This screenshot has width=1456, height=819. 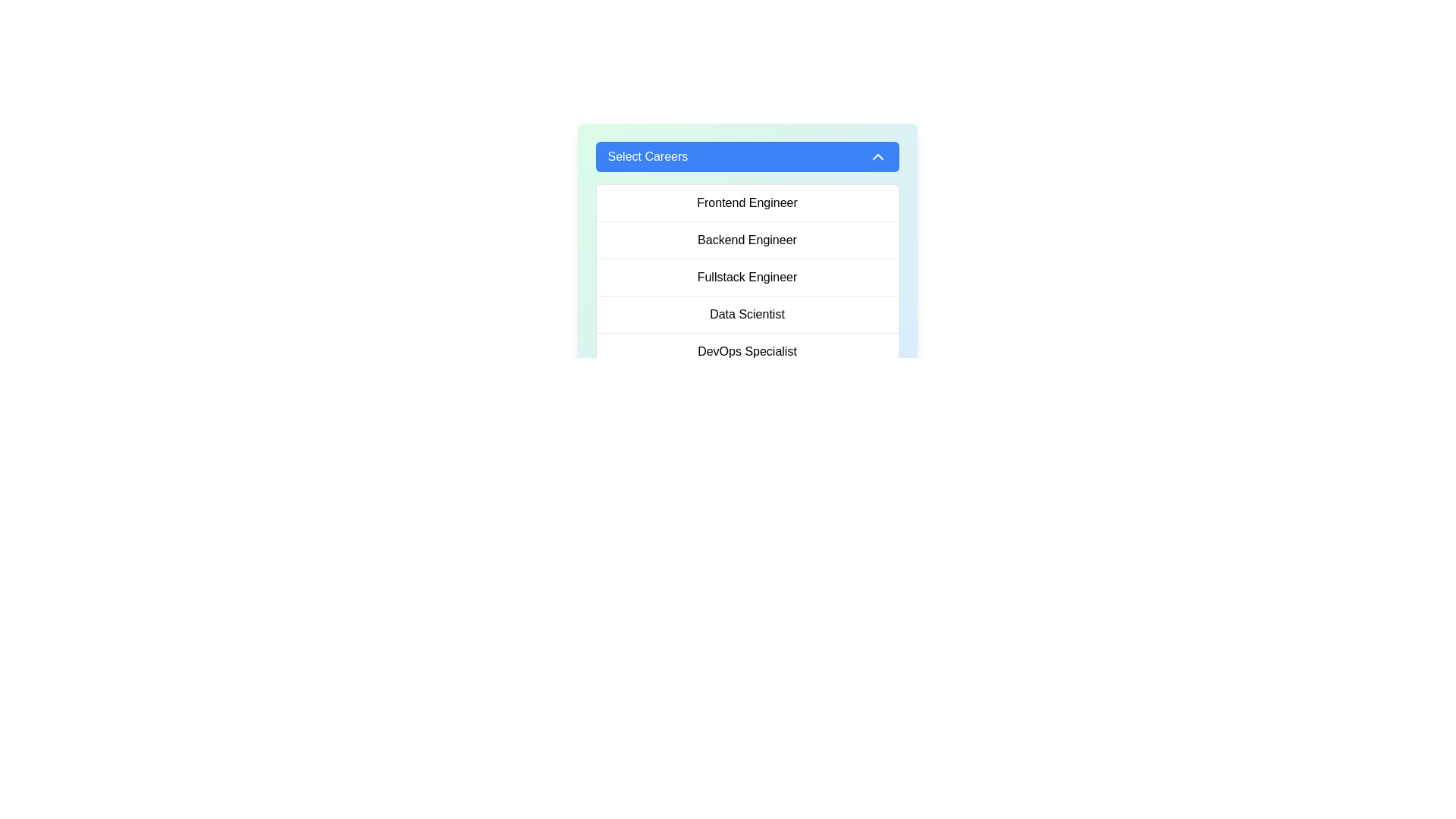 I want to click on on the 'DevOps Specialist' list item in the dropdown menu, so click(x=747, y=351).